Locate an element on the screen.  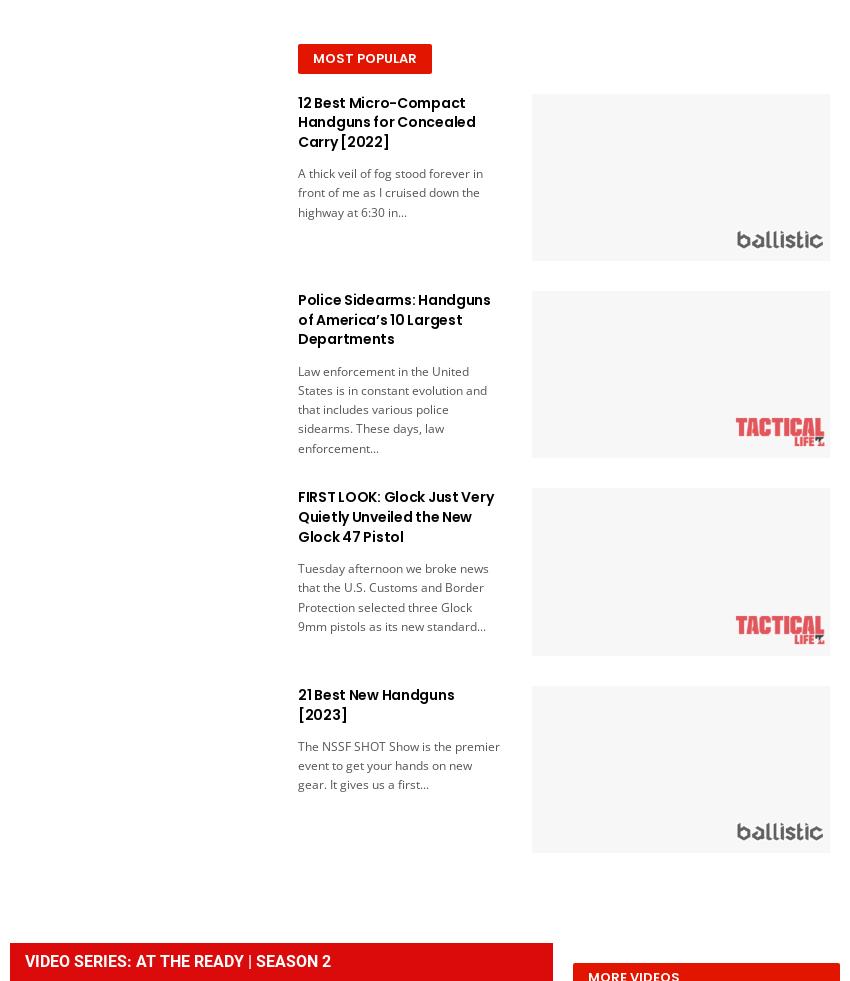
'The NSSF SHOT Show is the premier event to get your hands on new gear. It gives us a first...' is located at coordinates (397, 765).